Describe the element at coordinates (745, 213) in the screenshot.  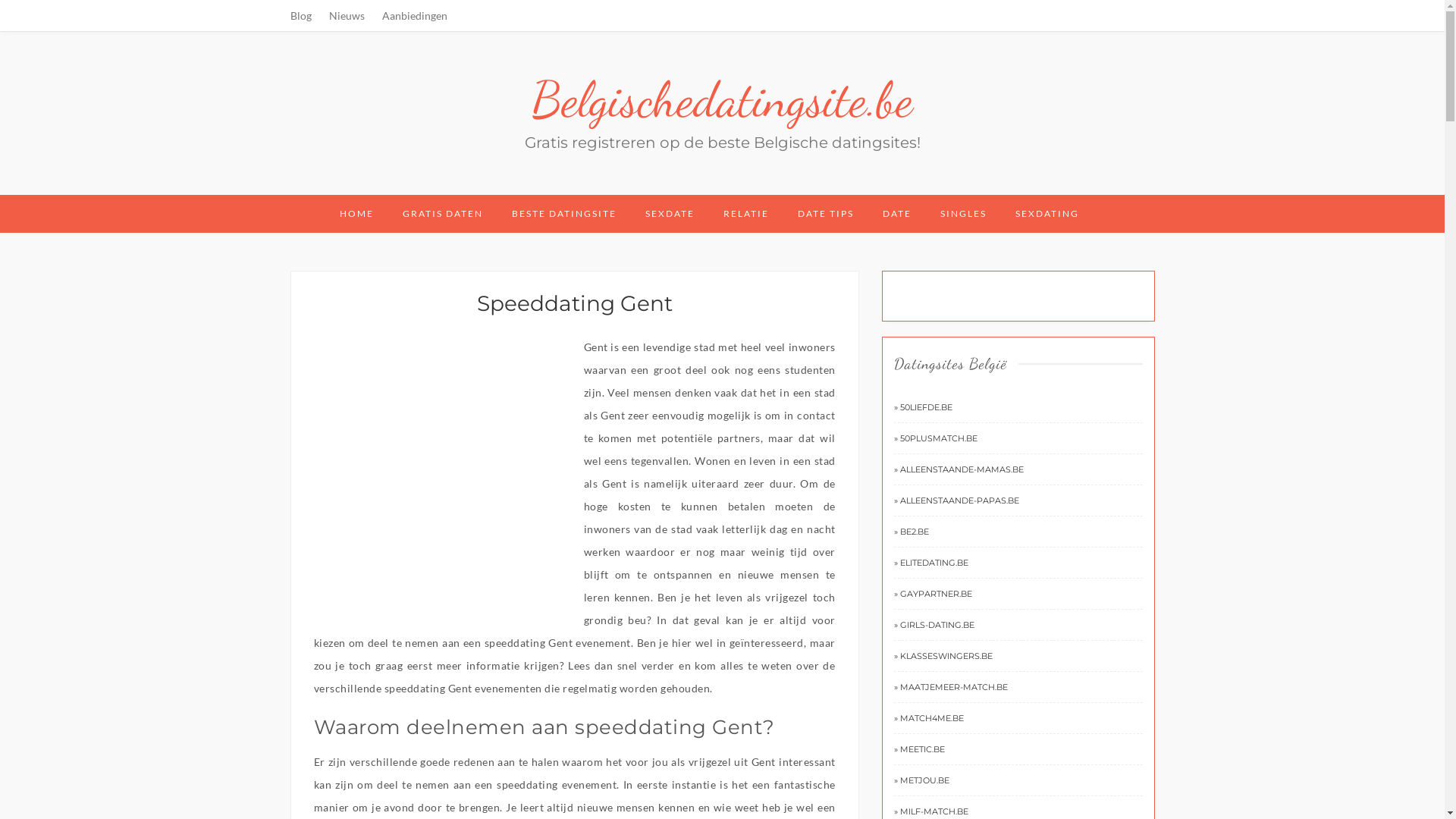
I see `'RELATIE'` at that location.